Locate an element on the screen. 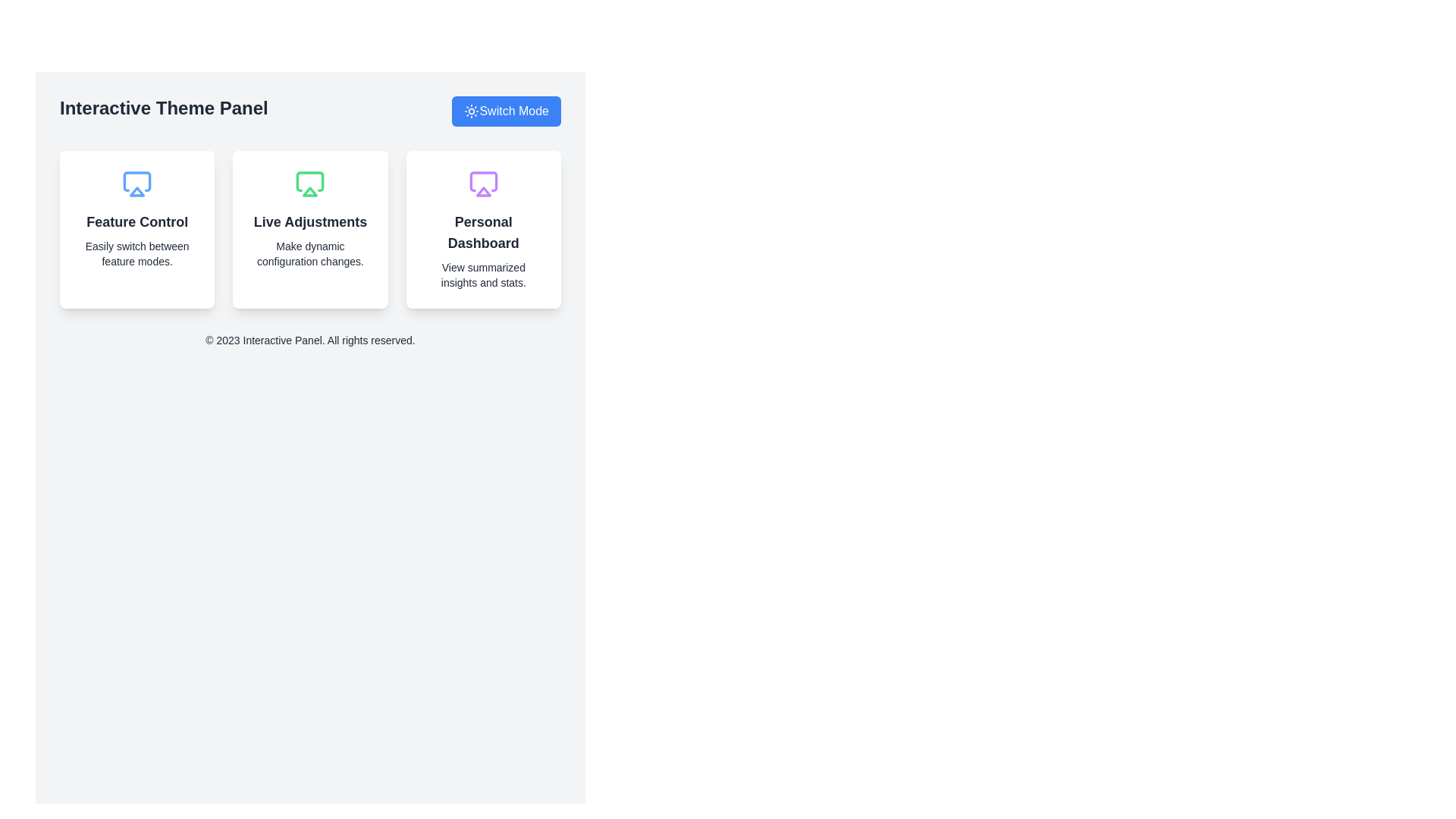  the upper boundary of the blue-themed monitor icon located in the first card under the title 'Feature Control' is located at coordinates (137, 180).